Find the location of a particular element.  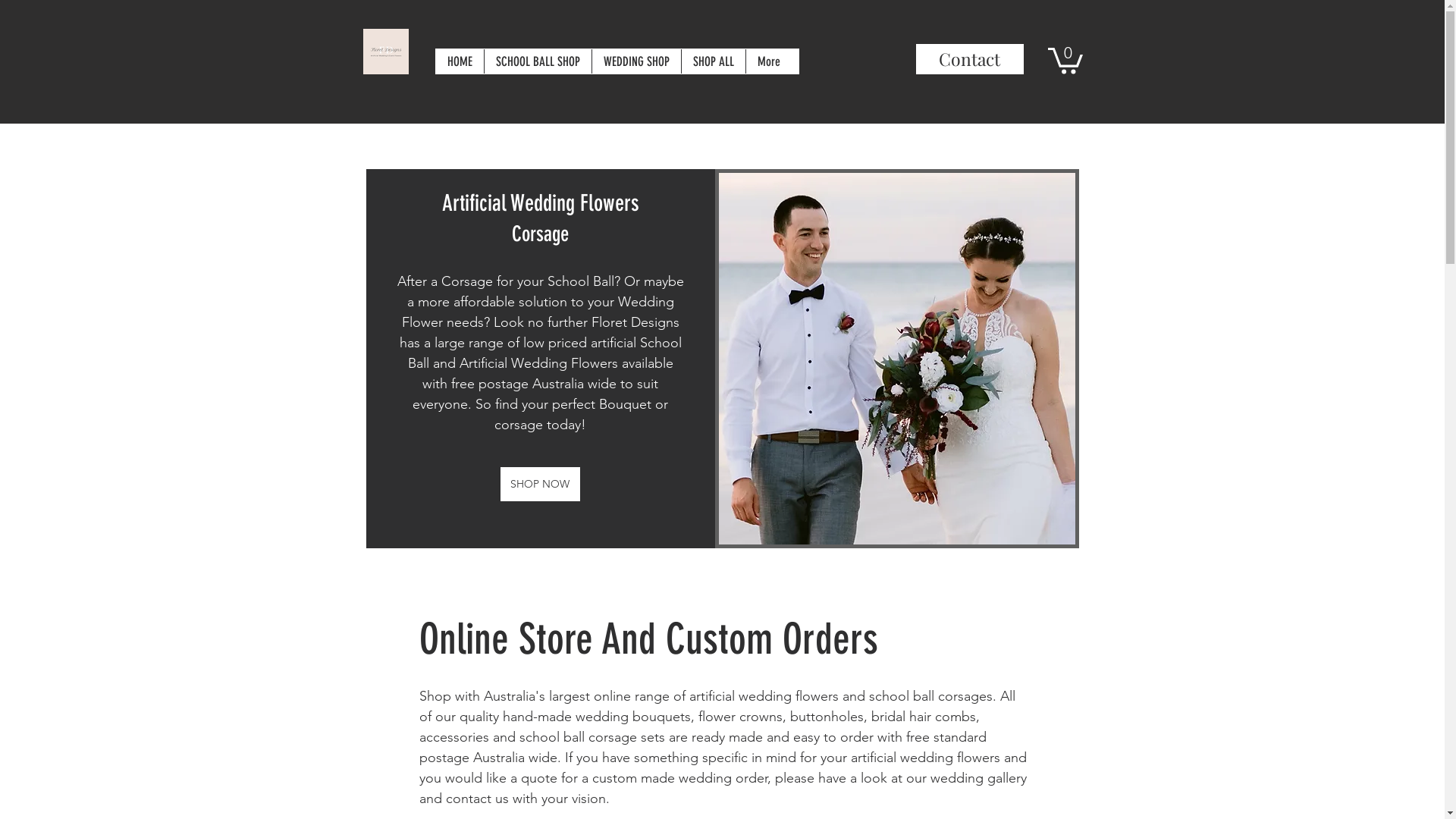

'0' is located at coordinates (1047, 58).